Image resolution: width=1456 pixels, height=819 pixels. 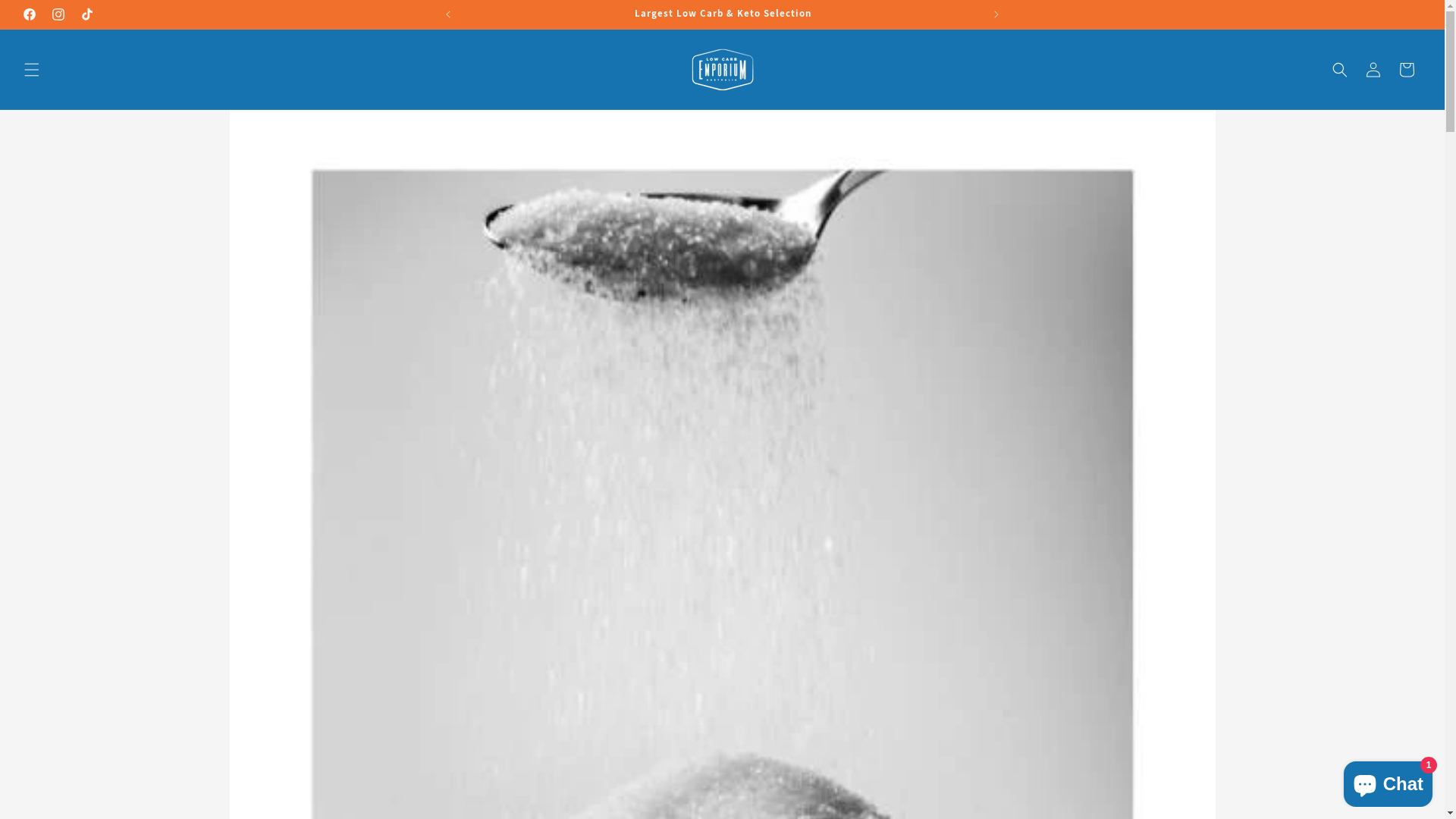 What do you see at coordinates (29, 14) in the screenshot?
I see `'Facebook'` at bounding box center [29, 14].